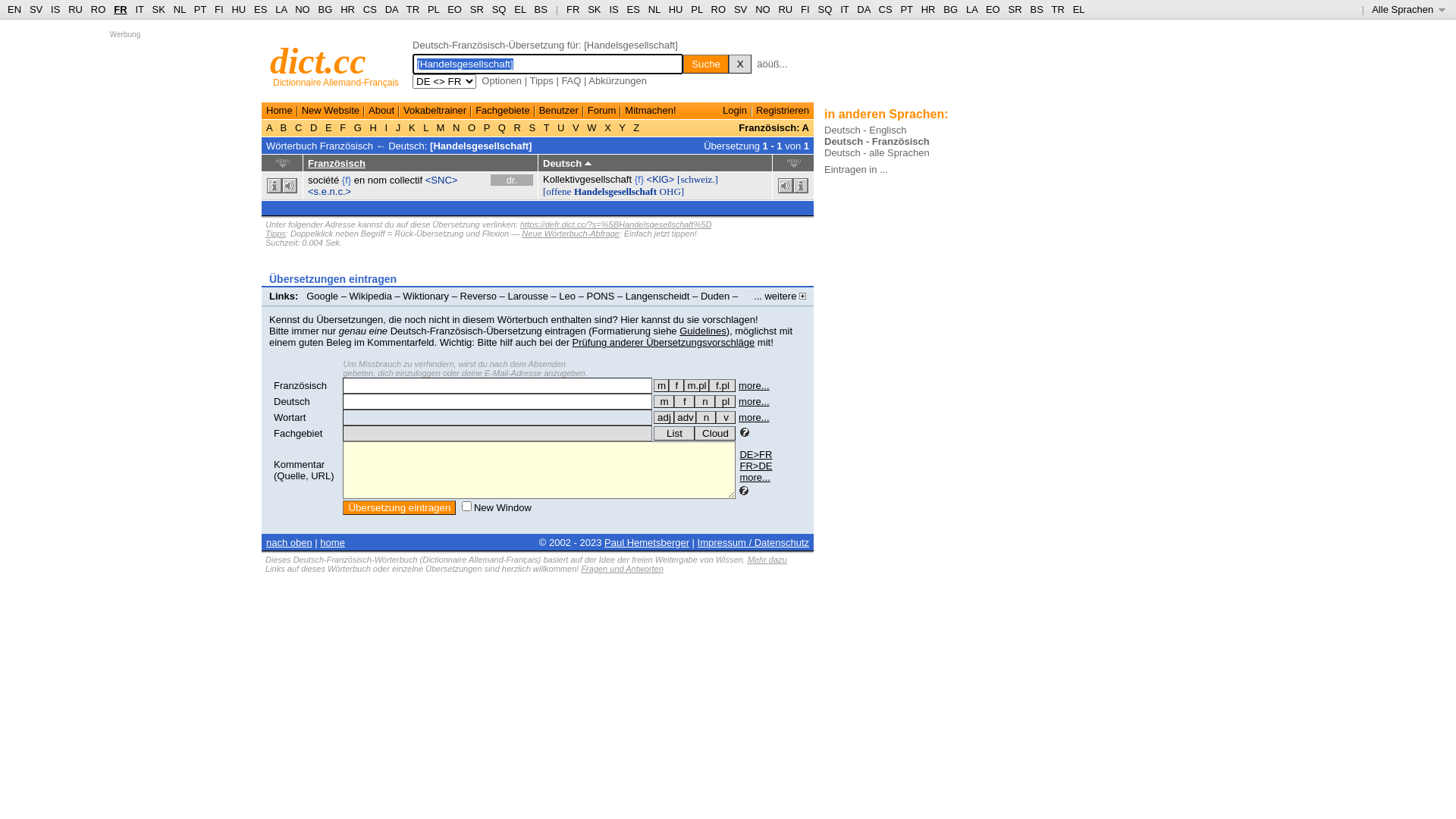 Image resolution: width=1456 pixels, height=819 pixels. I want to click on 'HR', so click(340, 9).